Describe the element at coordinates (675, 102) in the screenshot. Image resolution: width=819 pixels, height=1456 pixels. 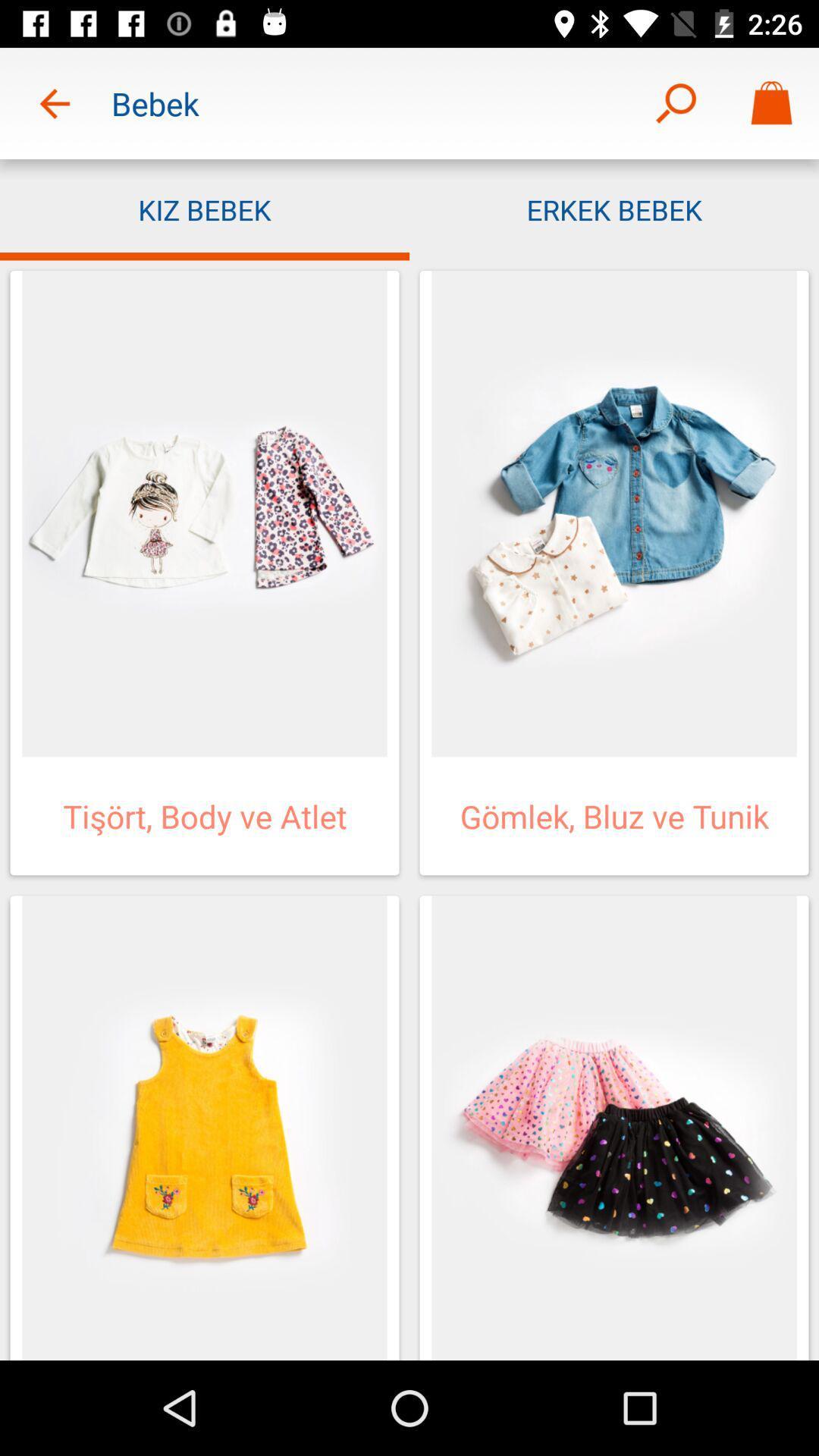
I see `the item above the erkek bebek app` at that location.